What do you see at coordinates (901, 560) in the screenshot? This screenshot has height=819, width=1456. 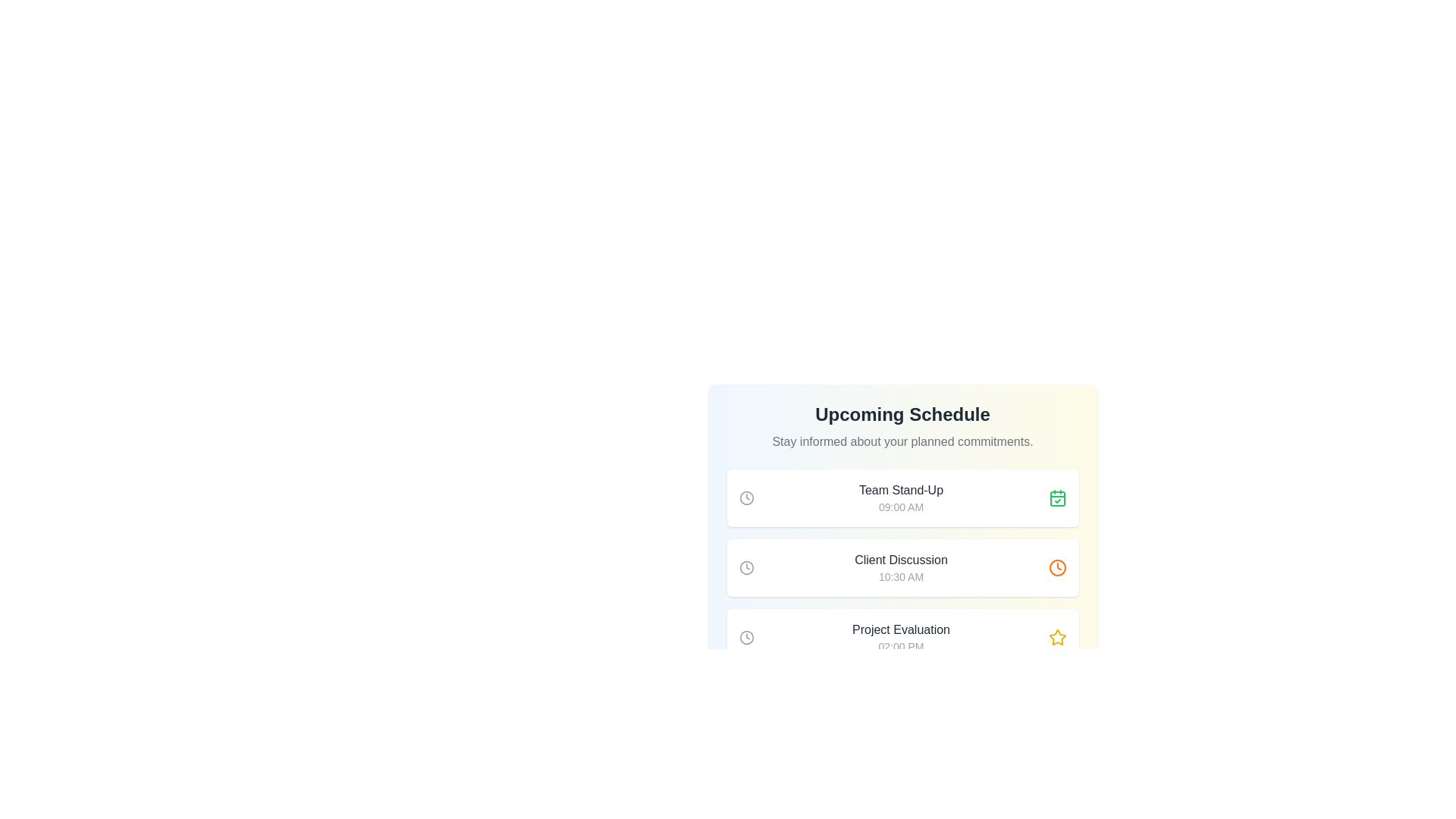 I see `the 'Client Discussion' text label, which informs the user of an event in the scheduling interface, positioned above '10:30 AM' and below 'Team Stand-Up'` at bounding box center [901, 560].